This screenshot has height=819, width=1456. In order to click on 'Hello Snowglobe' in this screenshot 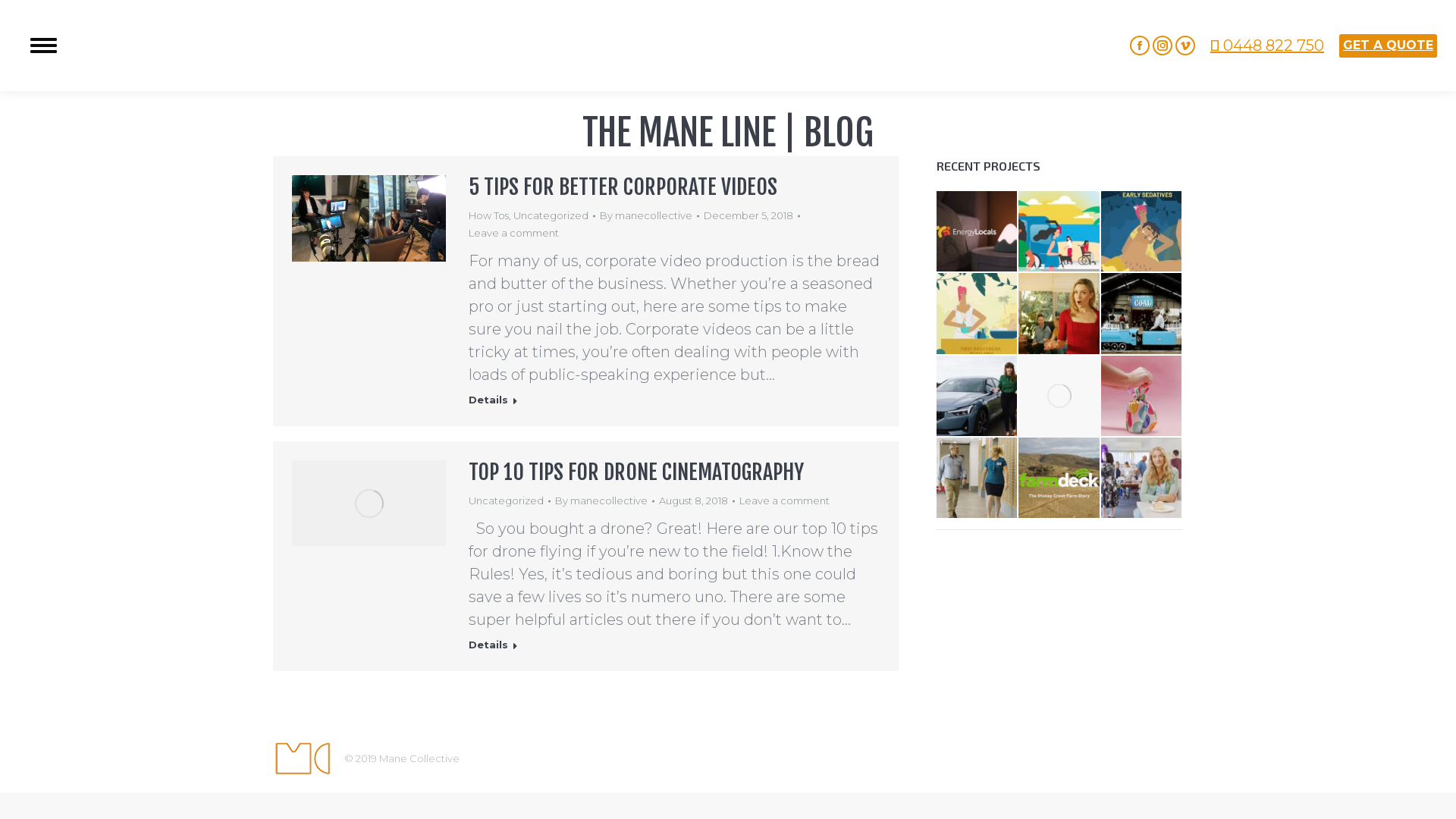, I will do `click(1142, 396)`.